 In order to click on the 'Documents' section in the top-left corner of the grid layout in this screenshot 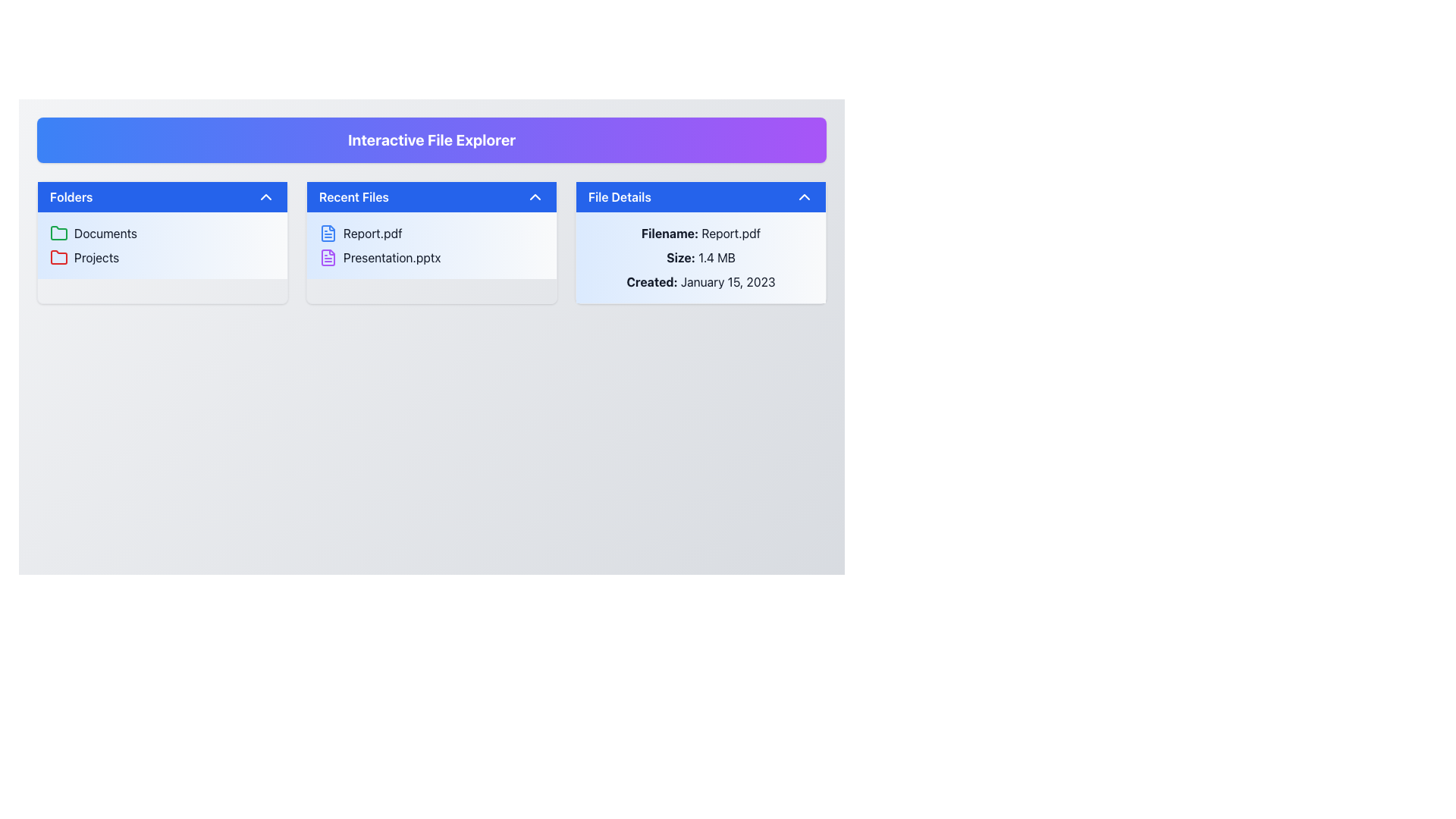, I will do `click(162, 242)`.